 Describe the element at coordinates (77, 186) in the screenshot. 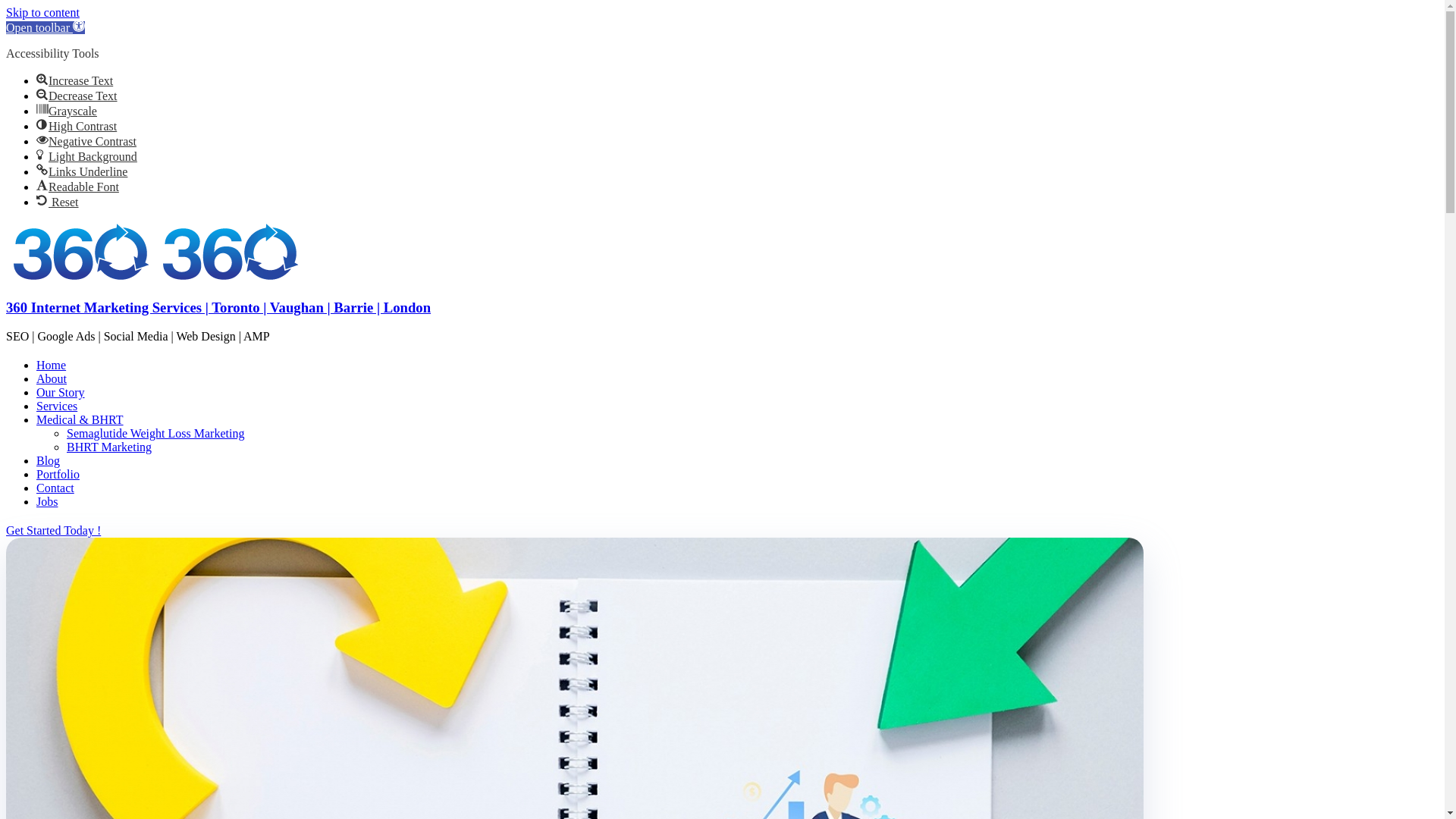

I see `'Readable FontReadable Font'` at that location.